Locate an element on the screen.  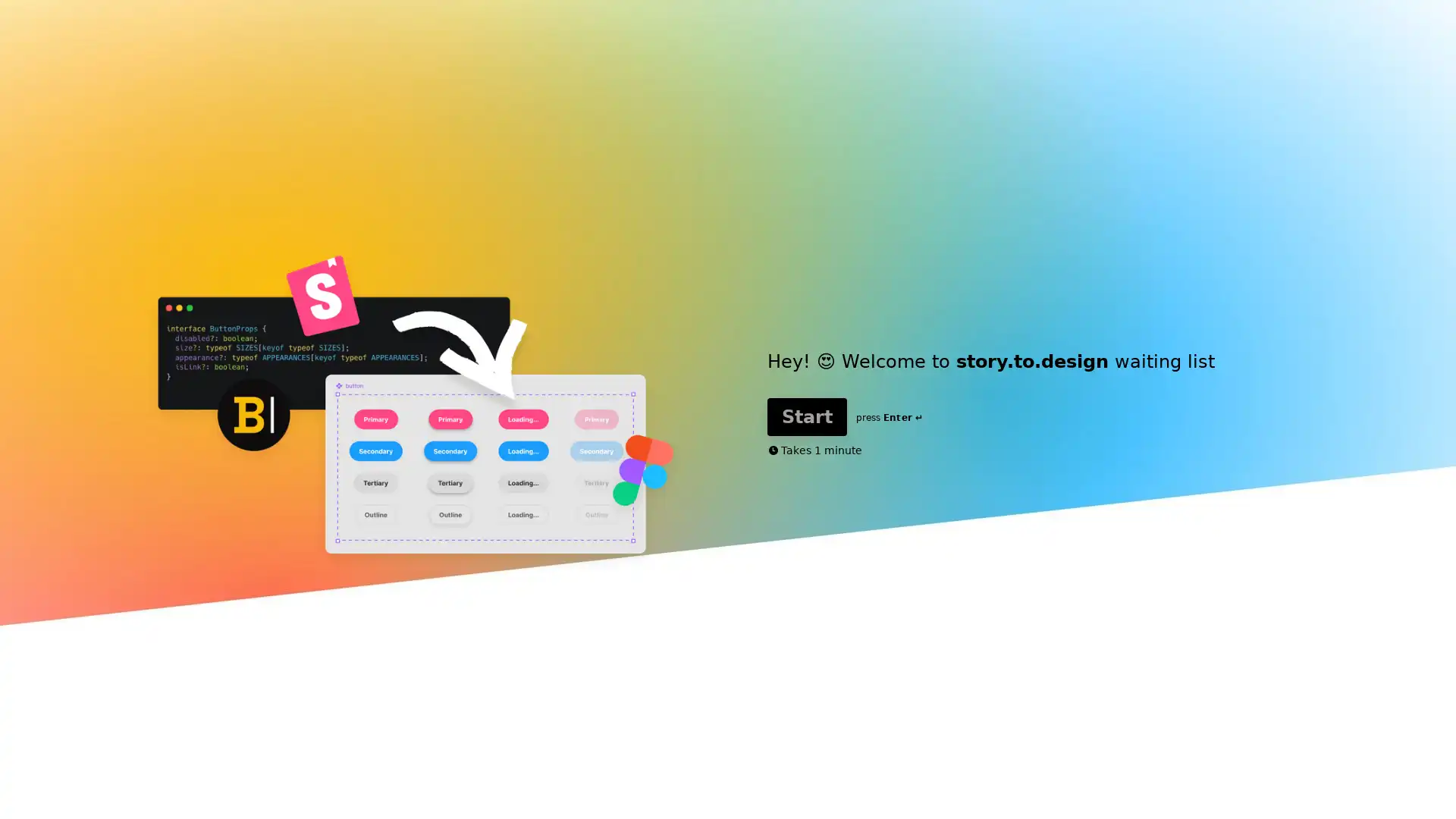
Start is located at coordinates (806, 416).